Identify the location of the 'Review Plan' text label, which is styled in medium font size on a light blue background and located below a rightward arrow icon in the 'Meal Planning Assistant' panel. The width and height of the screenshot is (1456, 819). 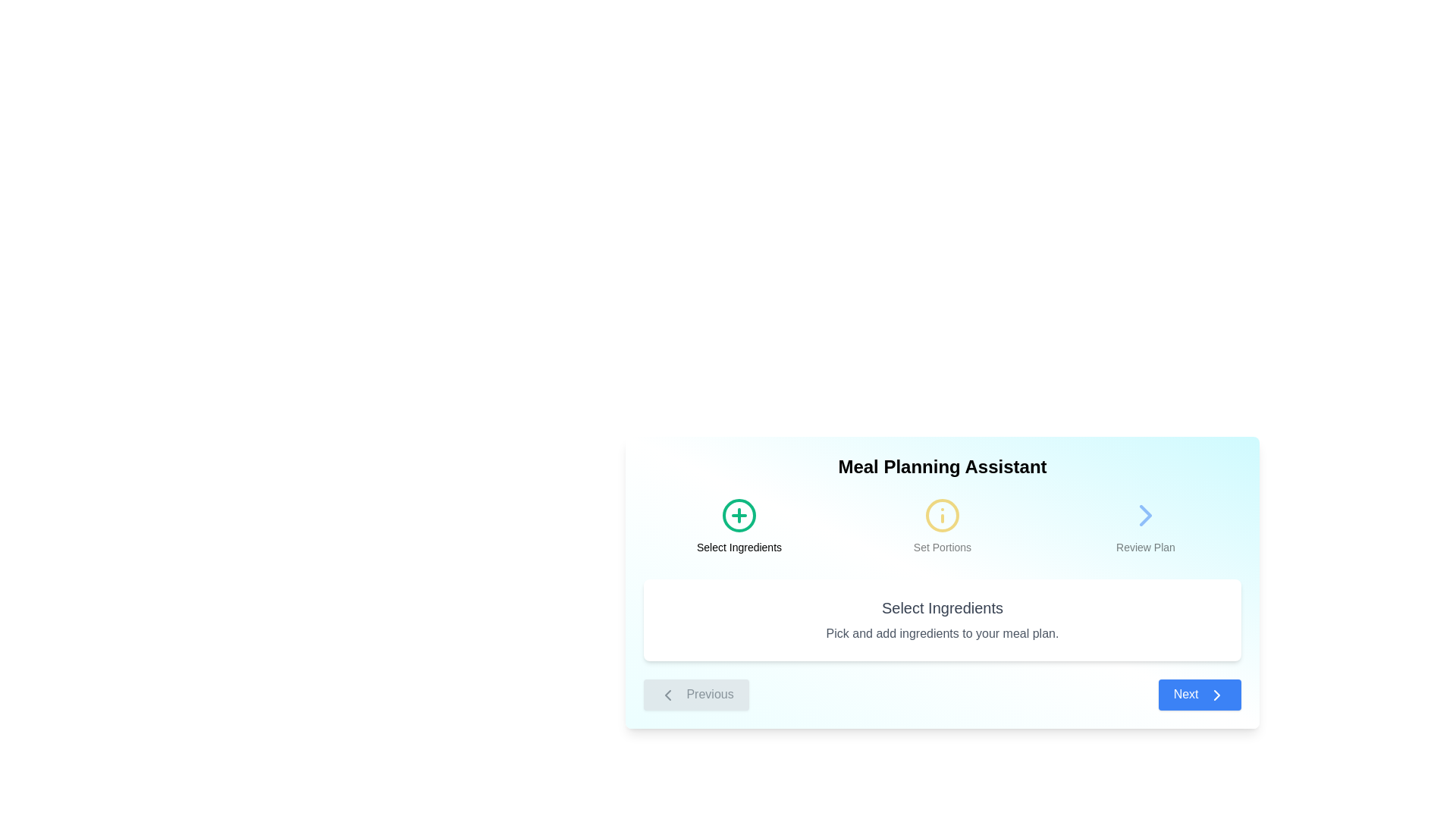
(1146, 547).